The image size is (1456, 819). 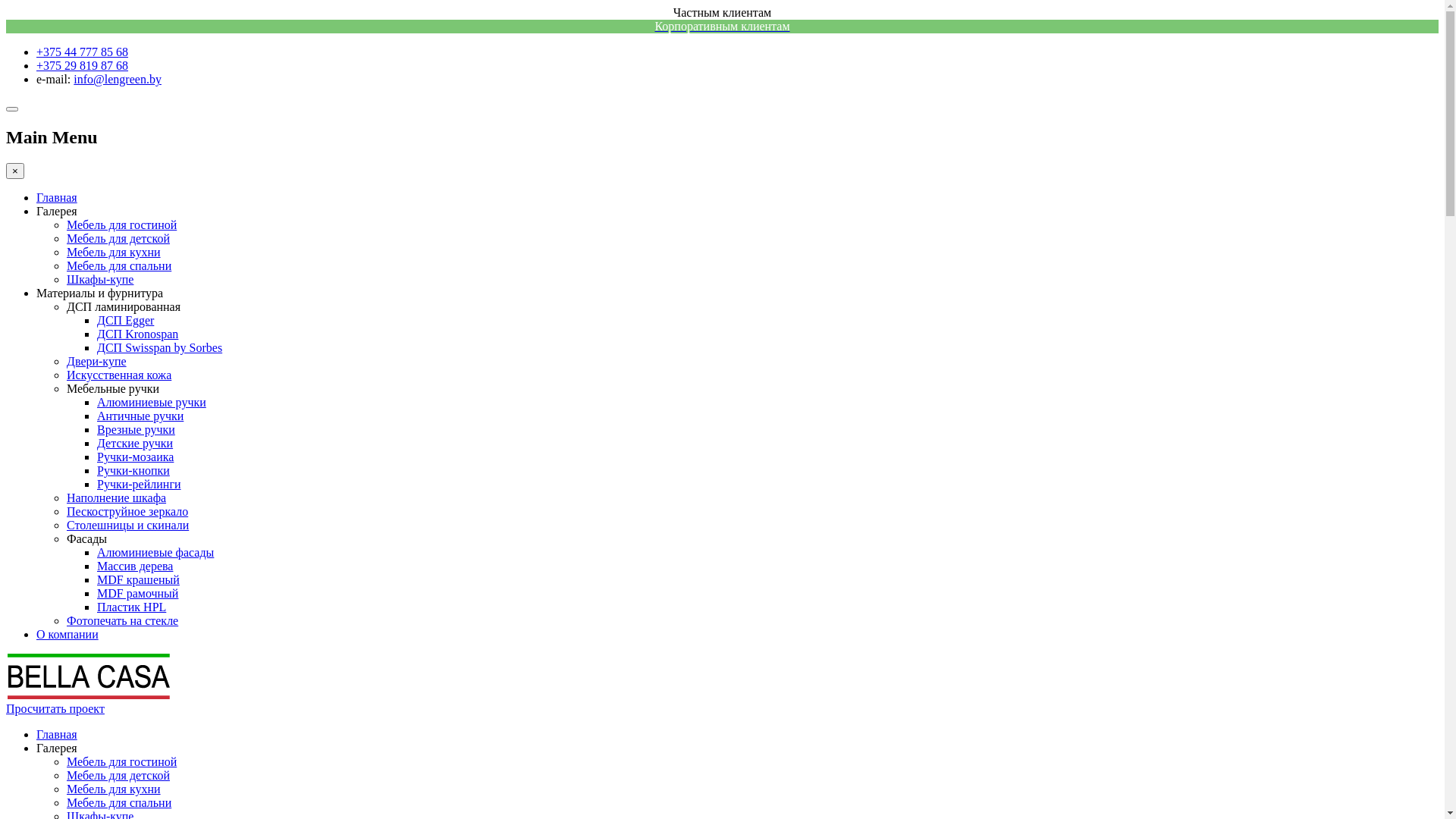 I want to click on 'info@lengreen.by', so click(x=116, y=79).